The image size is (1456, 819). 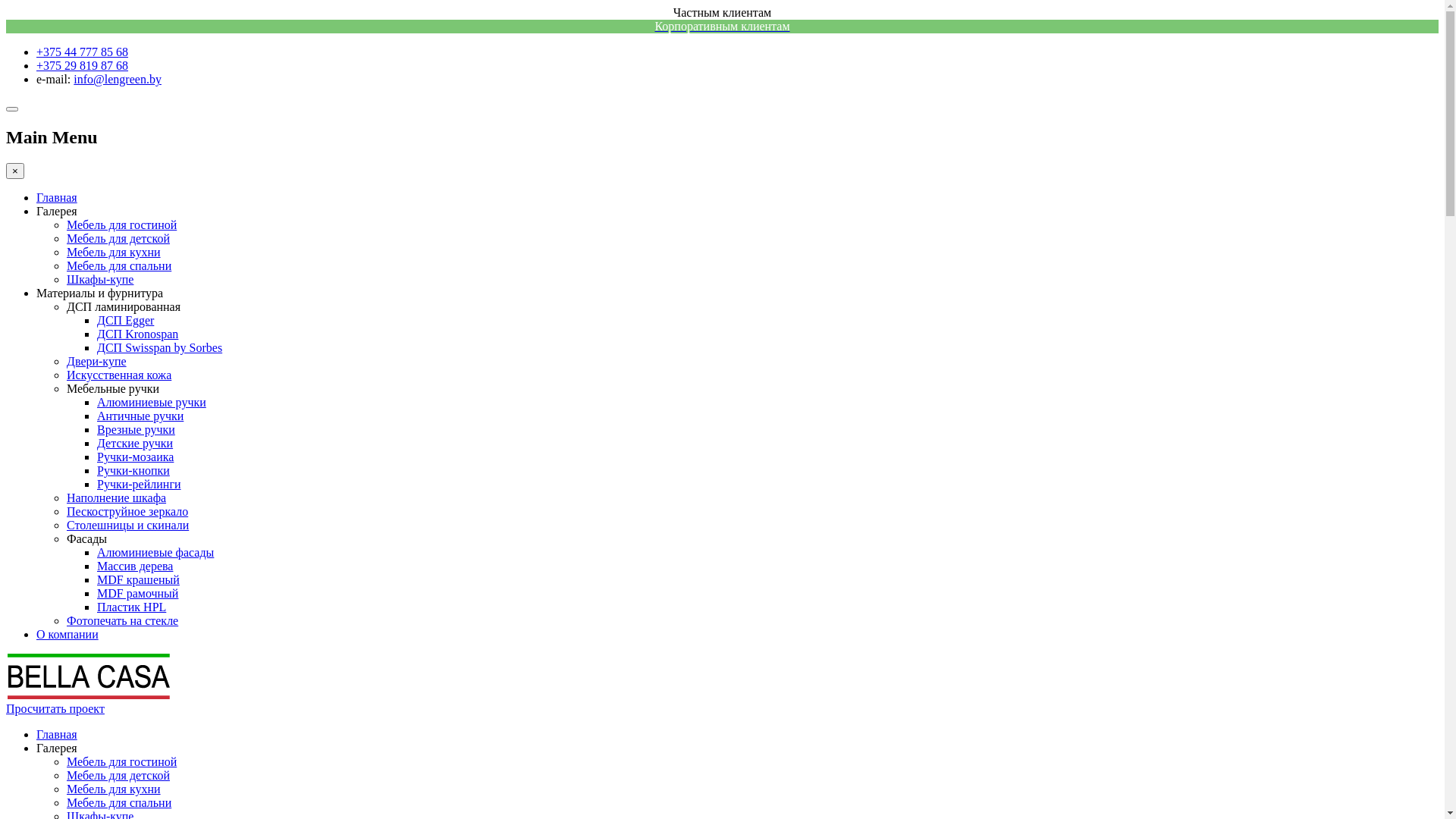 I want to click on 'info@lengreen.by', so click(x=116, y=79).